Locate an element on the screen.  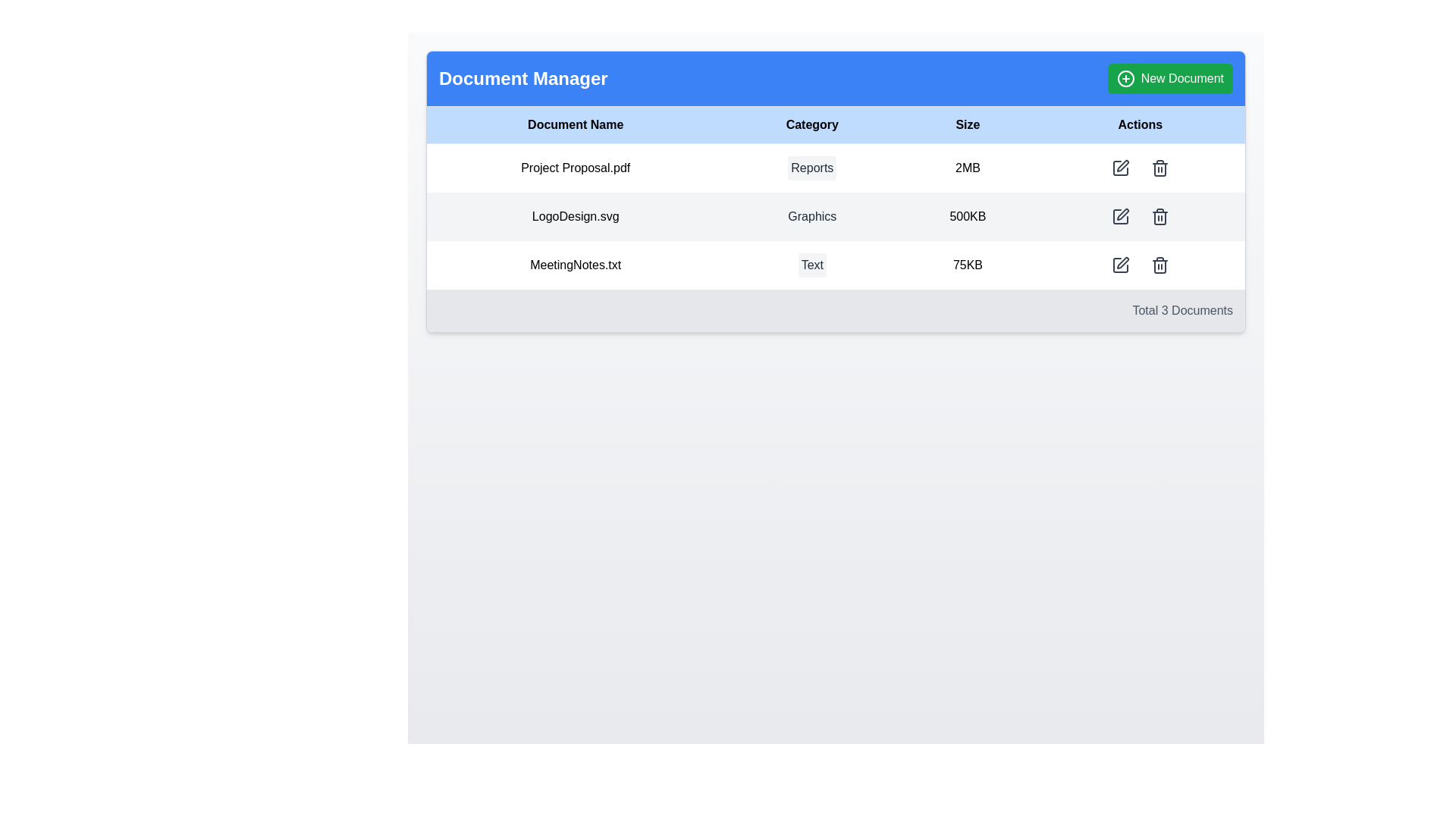
the second column header labeled 'Category' in the table, which is positioned between 'Document Name' and 'Size' is located at coordinates (811, 124).